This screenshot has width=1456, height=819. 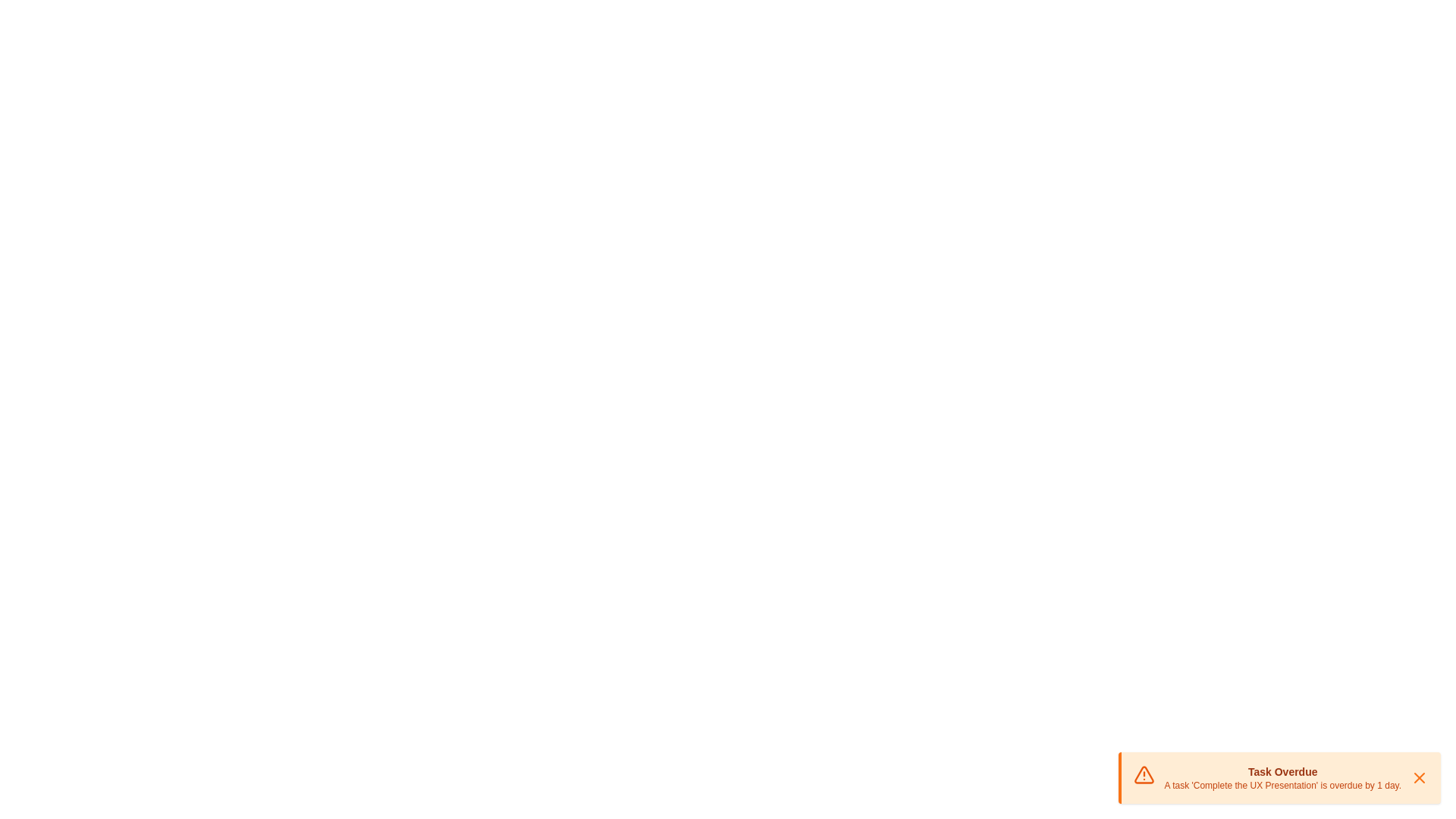 What do you see at coordinates (1419, 778) in the screenshot?
I see `the close button to dismiss the notification` at bounding box center [1419, 778].